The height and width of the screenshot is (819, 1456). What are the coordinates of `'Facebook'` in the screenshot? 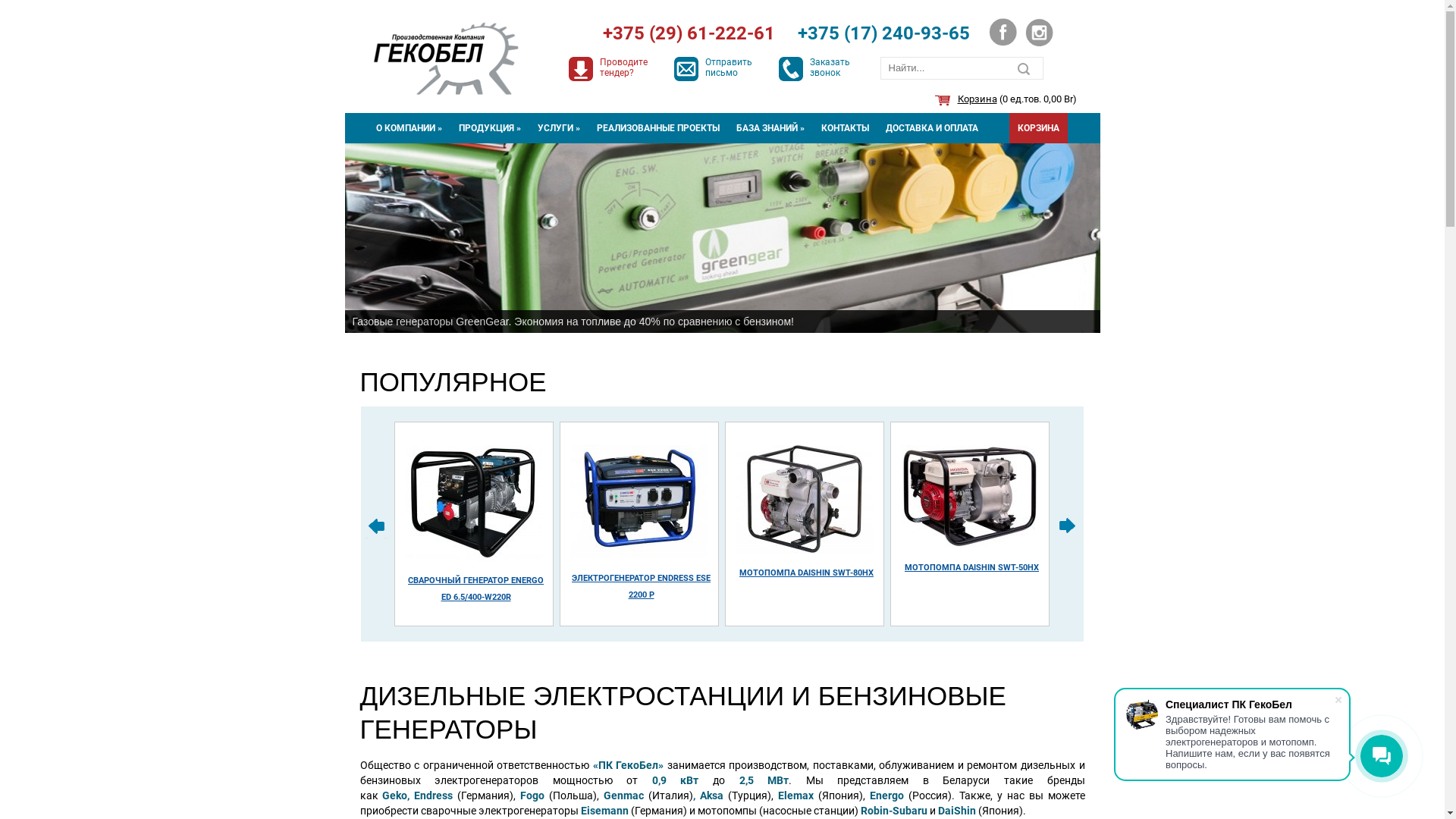 It's located at (989, 32).